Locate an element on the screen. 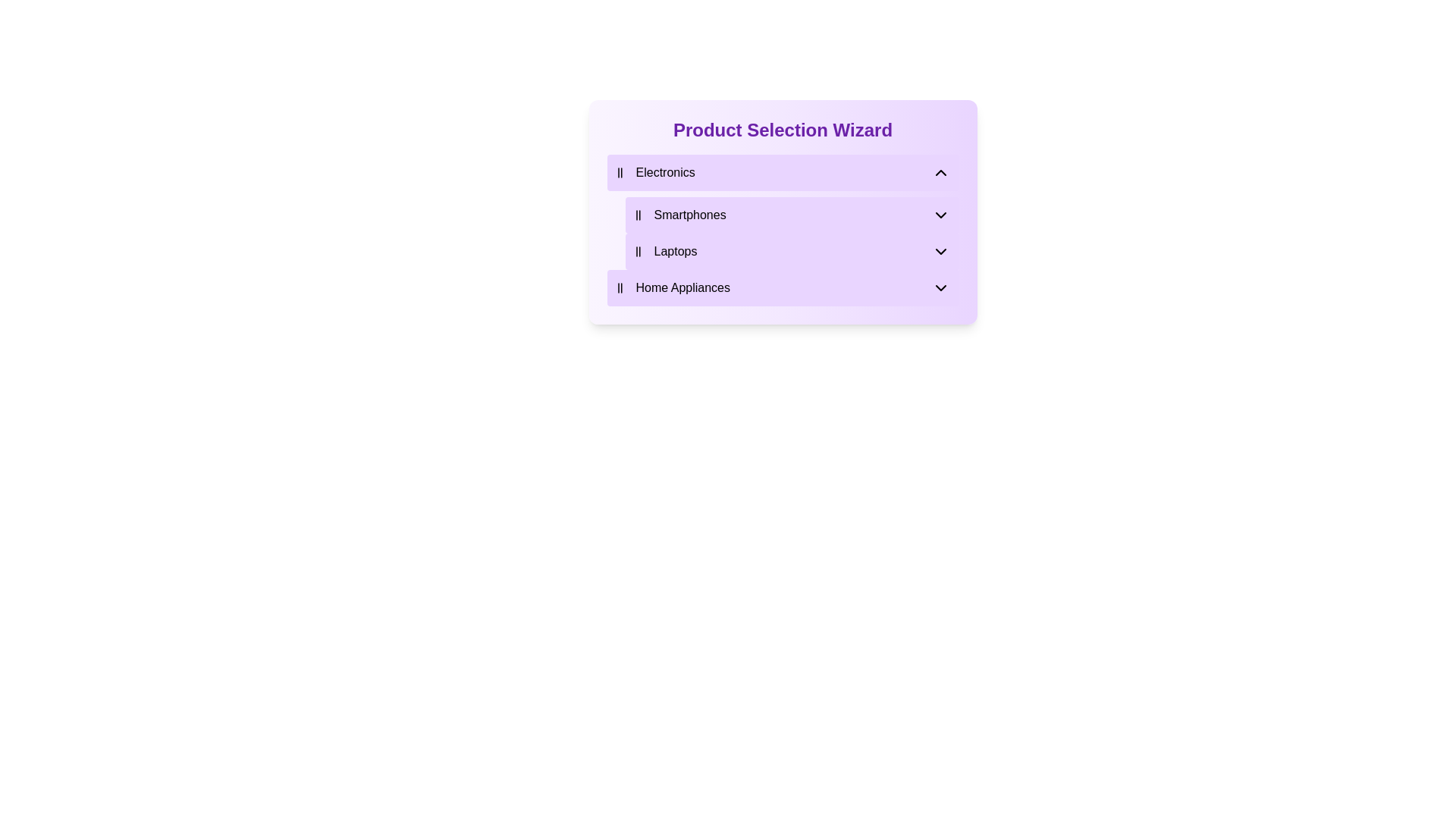  icon consisting of two vertical parallel lines located to the left of the text 'Laptops' in the 'Electronics' category is located at coordinates (641, 250).